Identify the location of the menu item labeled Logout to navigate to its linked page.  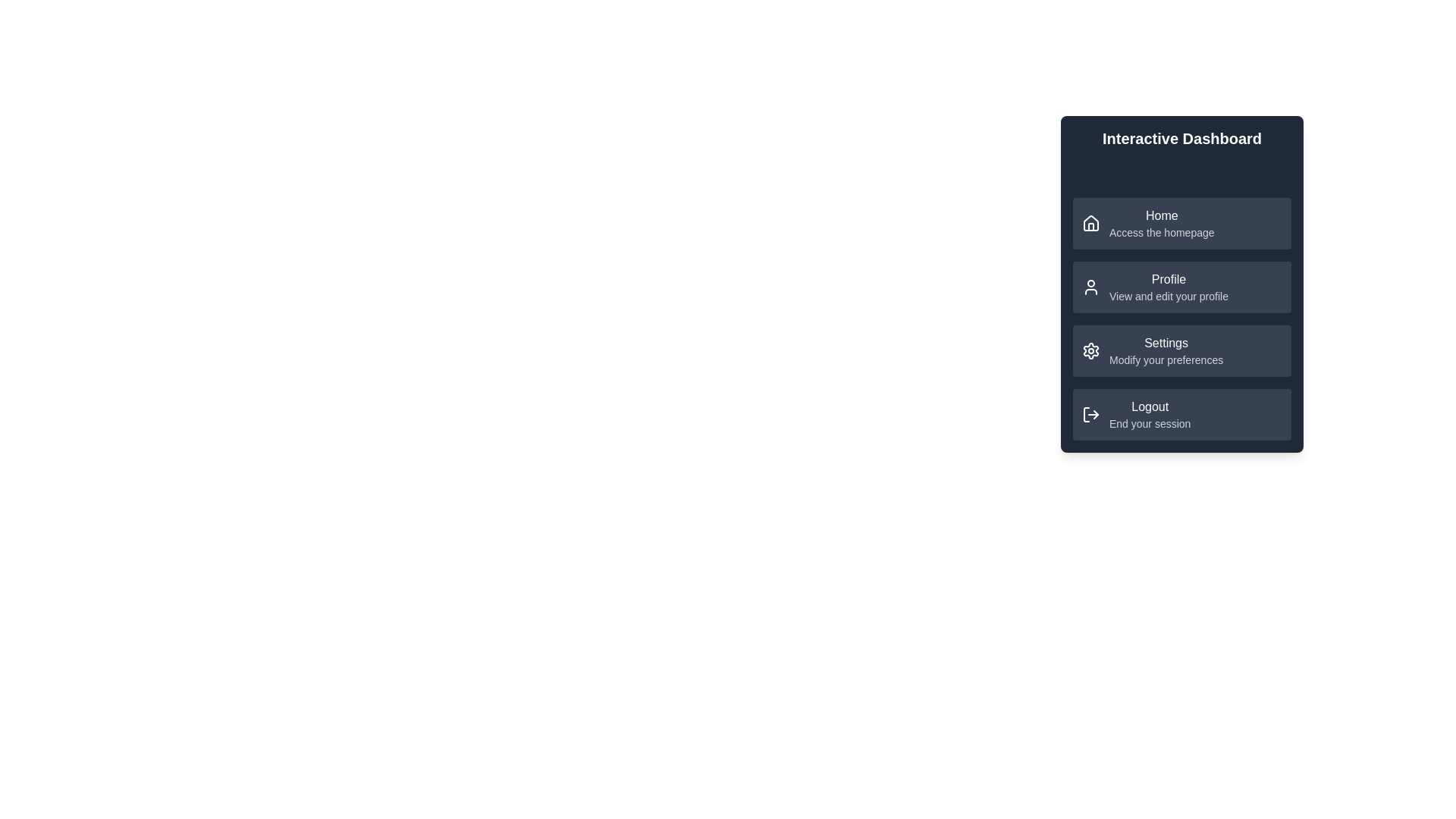
(1181, 415).